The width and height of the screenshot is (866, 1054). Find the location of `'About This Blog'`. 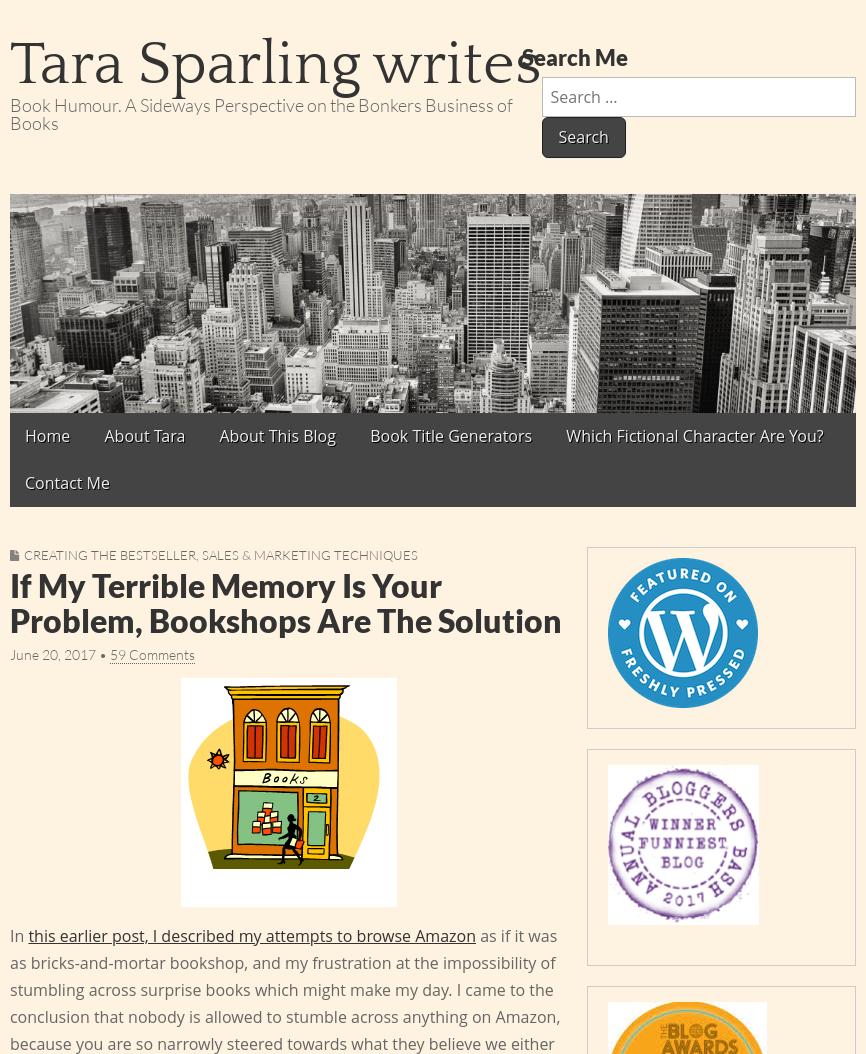

'About This Blog' is located at coordinates (218, 434).